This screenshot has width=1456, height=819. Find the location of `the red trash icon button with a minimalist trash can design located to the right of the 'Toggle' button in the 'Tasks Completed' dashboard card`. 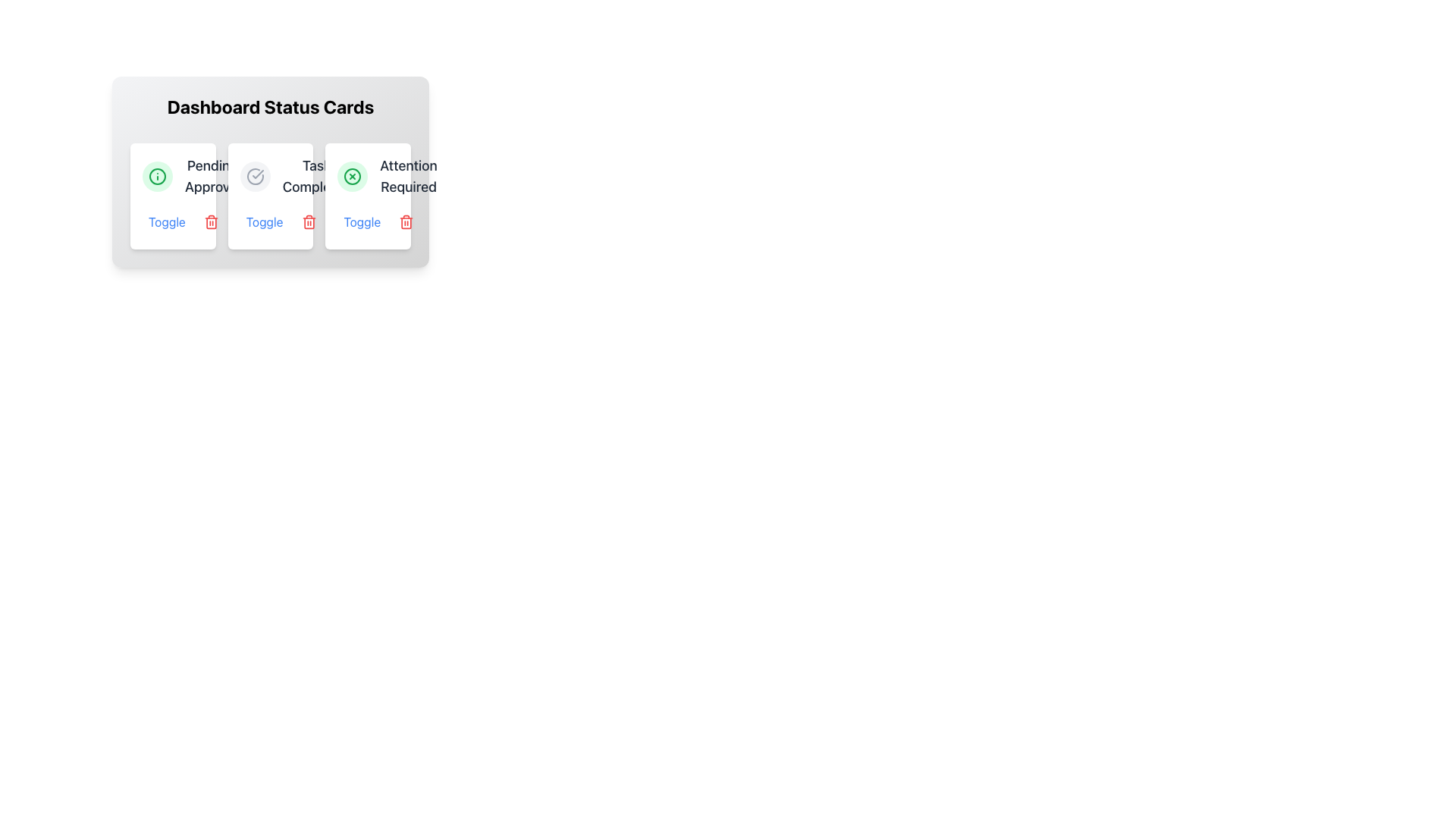

the red trash icon button with a minimalist trash can design located to the right of the 'Toggle' button in the 'Tasks Completed' dashboard card is located at coordinates (308, 222).